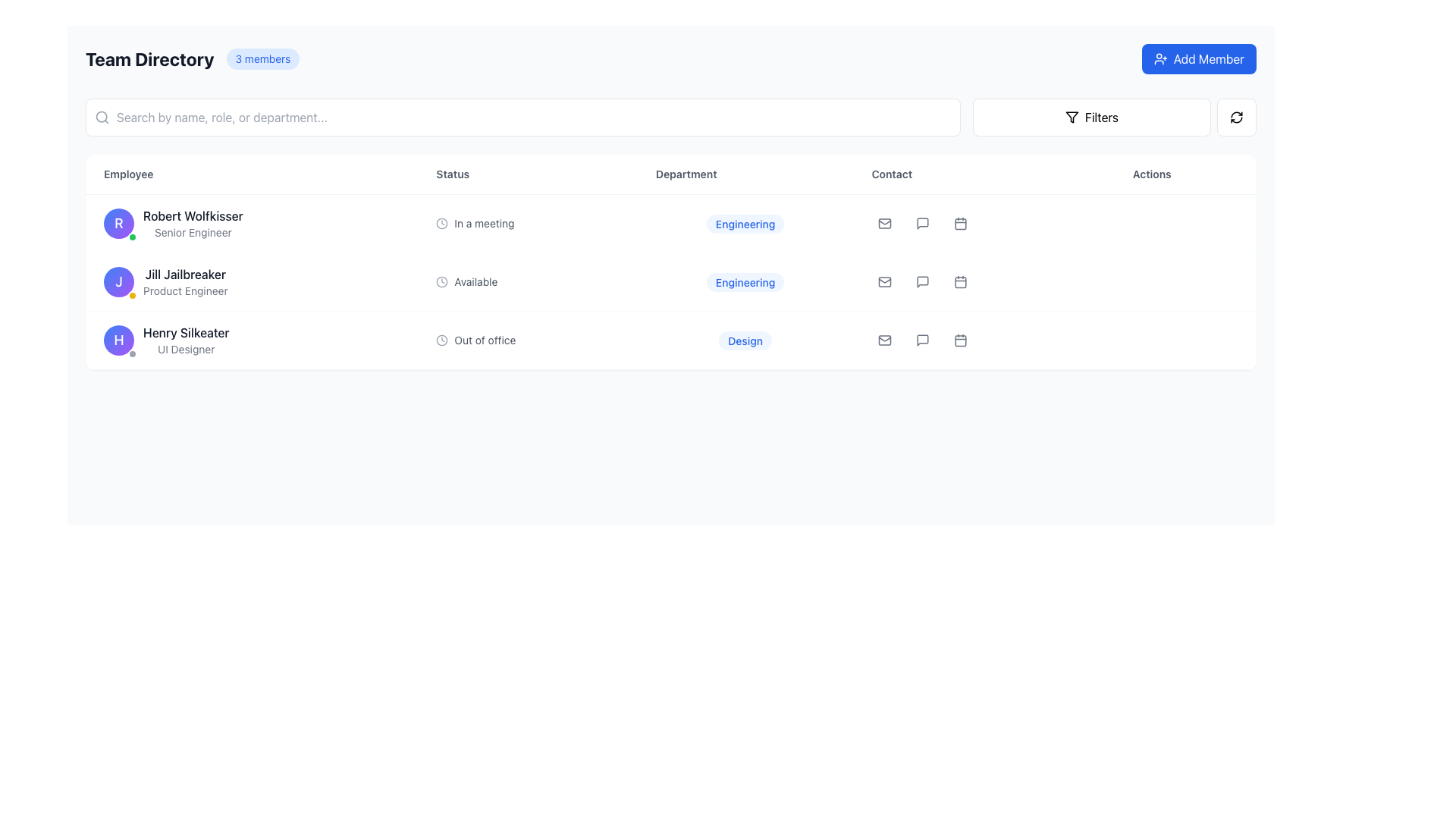 The height and width of the screenshot is (819, 1456). What do you see at coordinates (101, 116) in the screenshot?
I see `the small circle graphic element located at the center of the search icon in the search bar at the top of the interface` at bounding box center [101, 116].